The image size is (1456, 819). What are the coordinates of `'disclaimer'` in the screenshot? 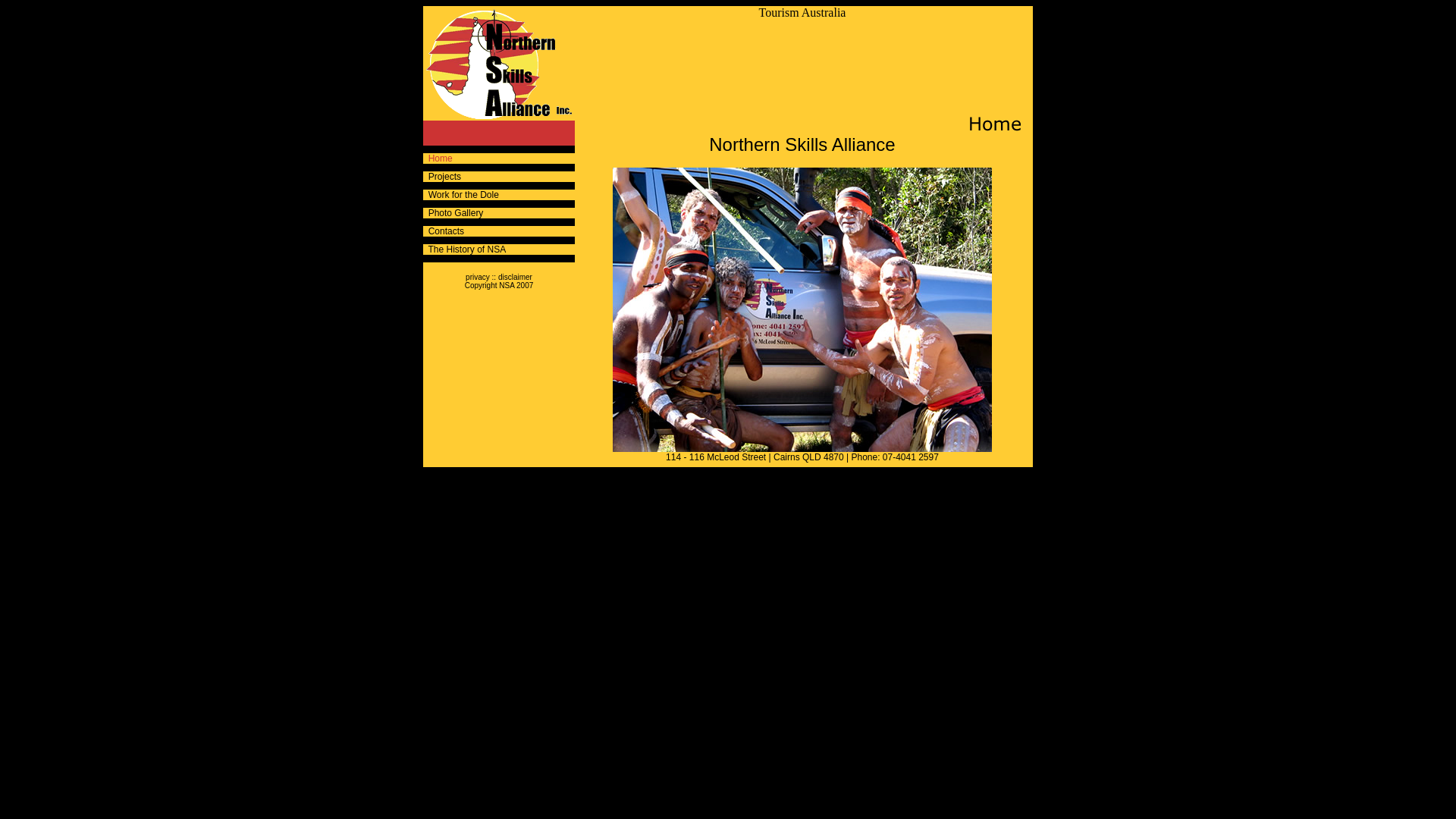 It's located at (515, 277).